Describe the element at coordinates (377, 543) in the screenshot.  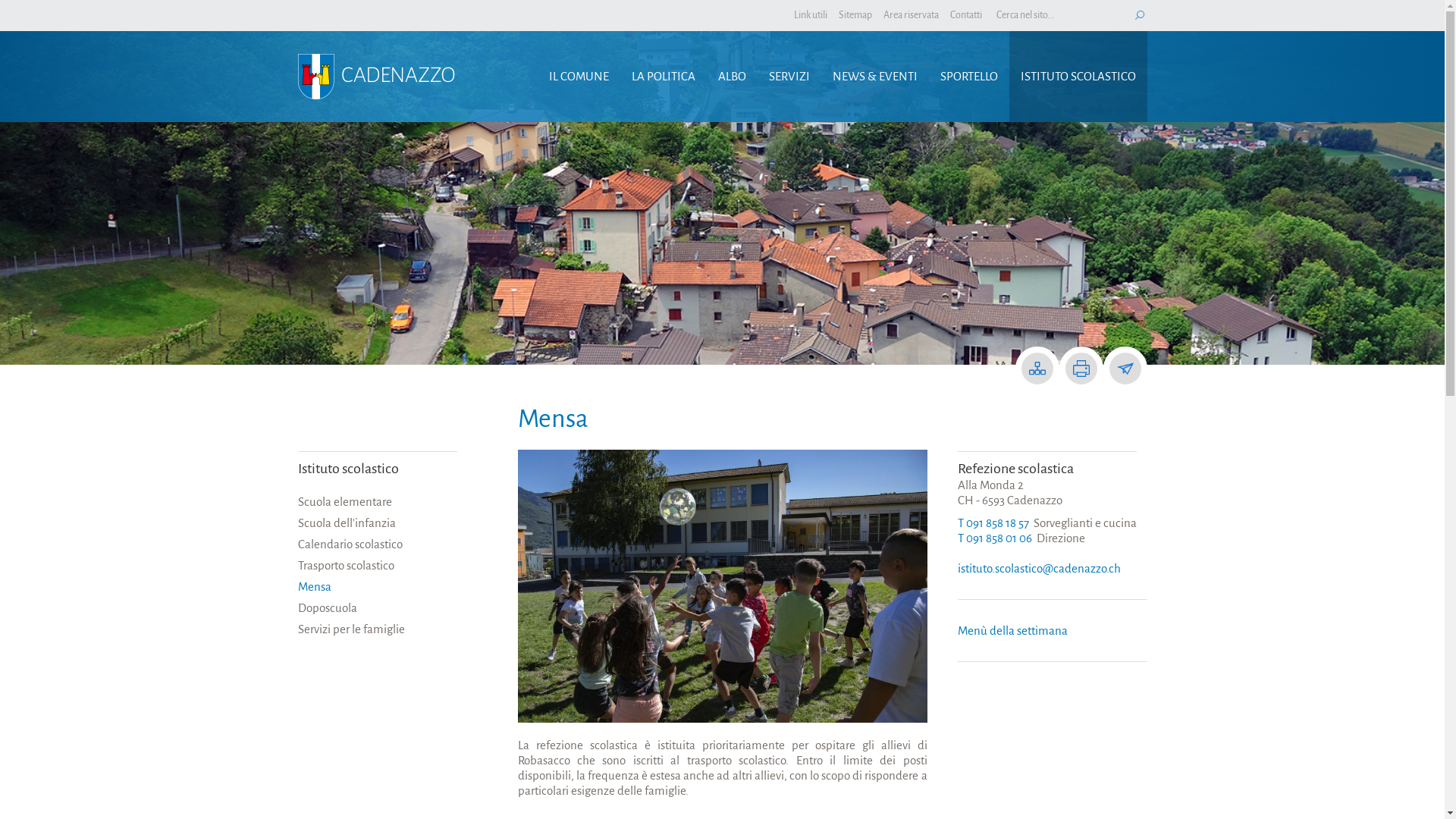
I see `'Calendario scolastico'` at that location.